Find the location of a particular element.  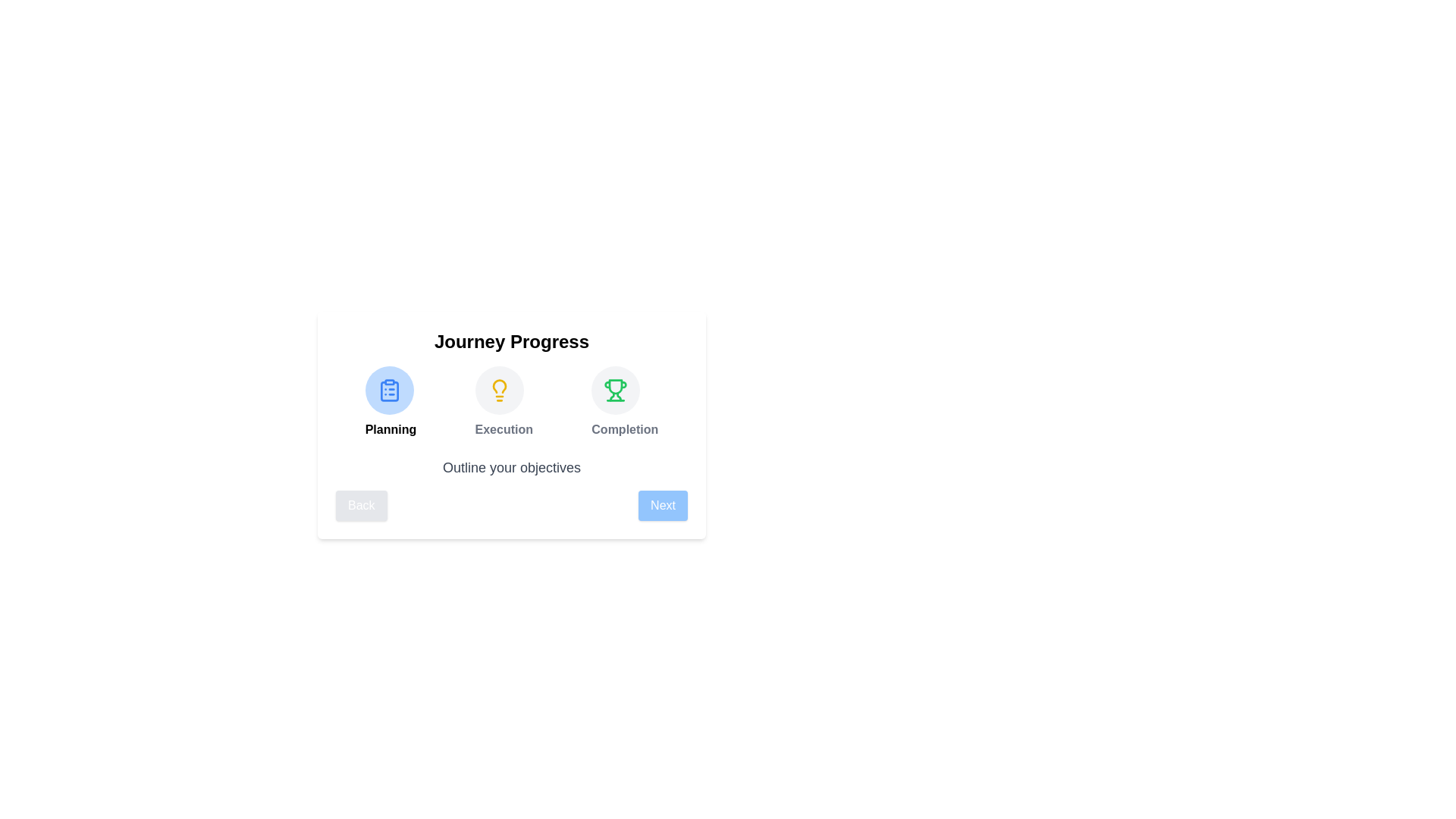

'Back' button to navigate to the previous step is located at coordinates (360, 506).